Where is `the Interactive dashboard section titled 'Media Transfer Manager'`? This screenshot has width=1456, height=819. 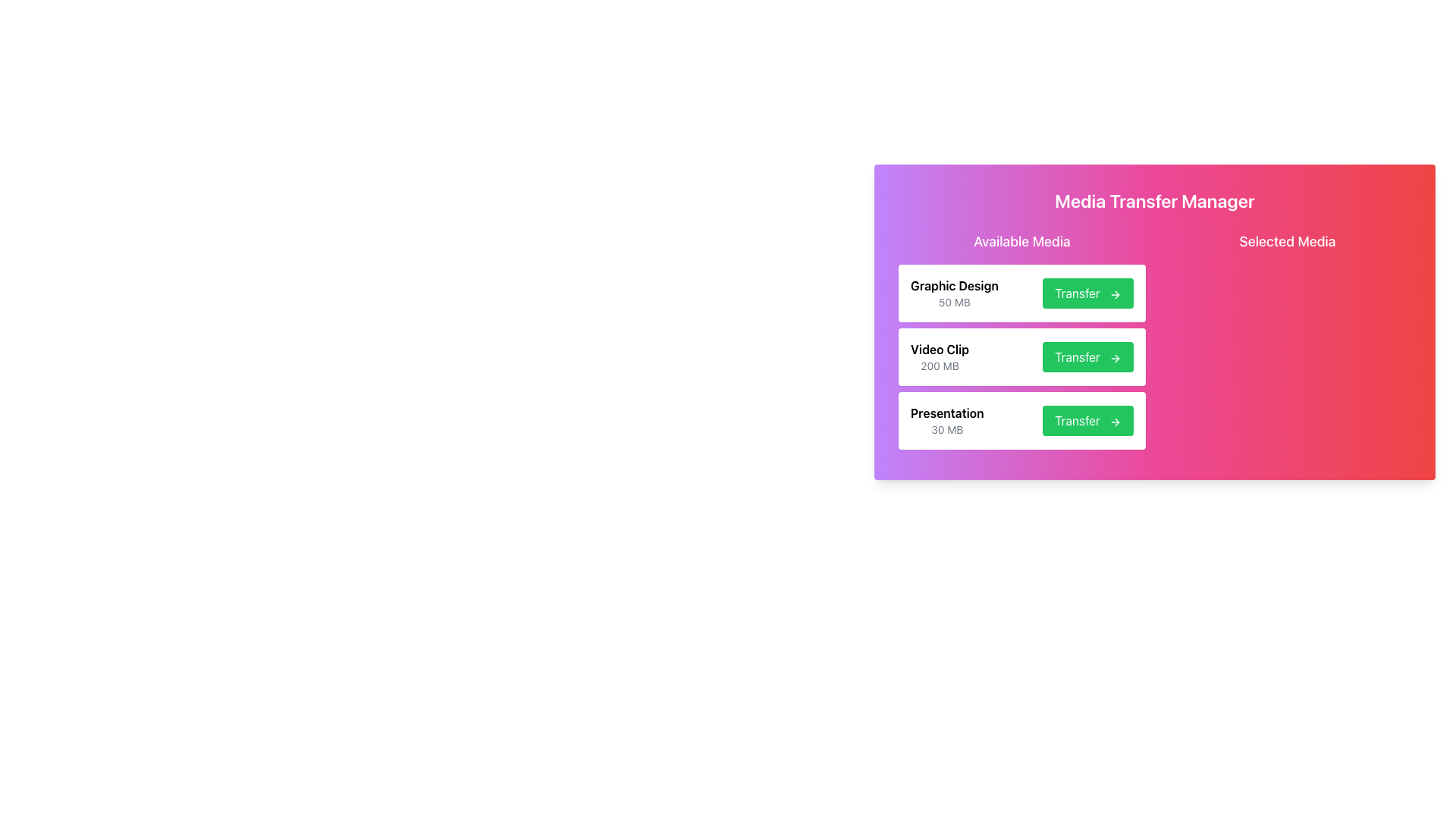
the Interactive dashboard section titled 'Media Transfer Manager' is located at coordinates (1153, 325).